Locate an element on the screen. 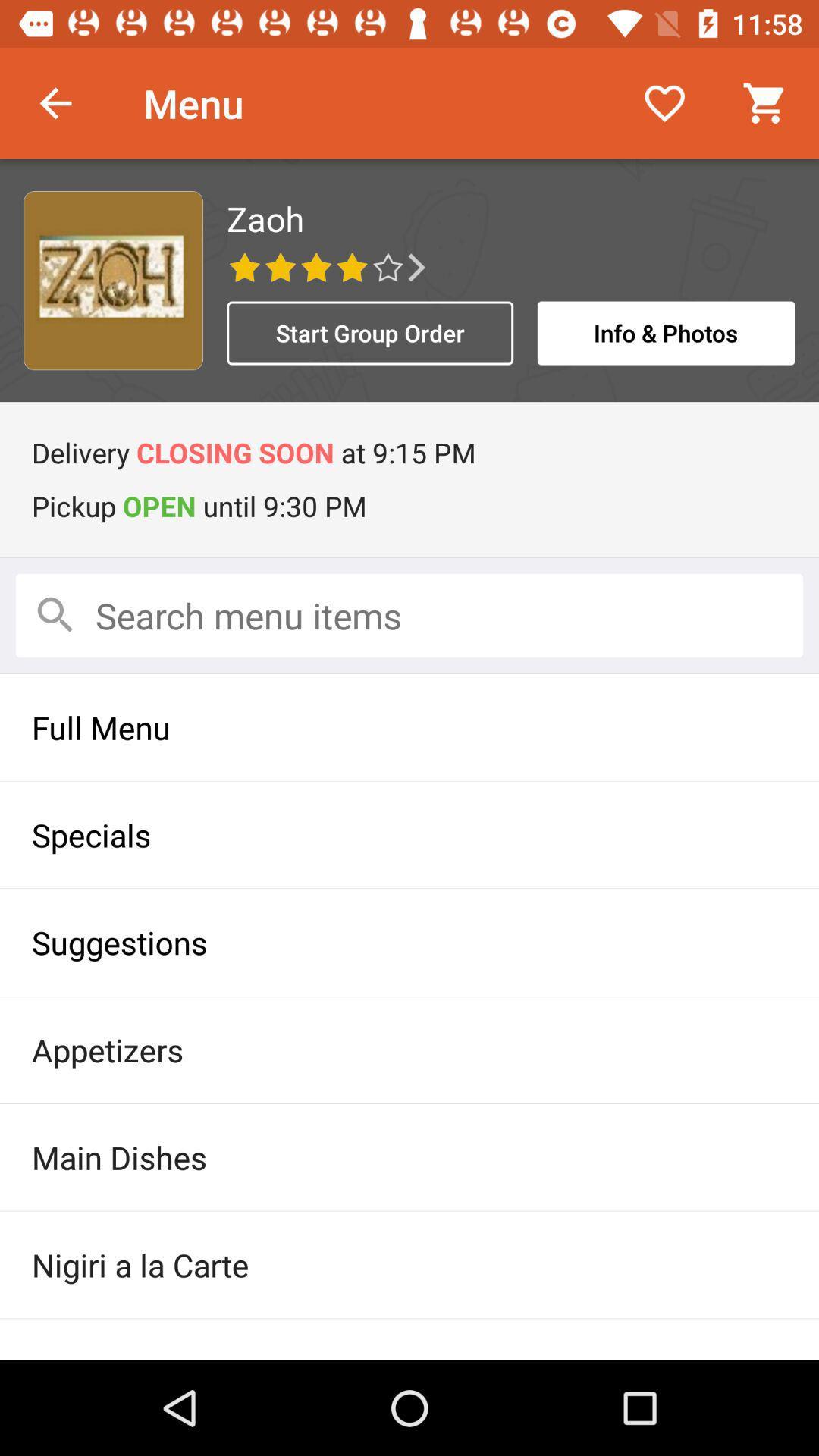 The image size is (819, 1456). item above suggestions icon is located at coordinates (409, 833).